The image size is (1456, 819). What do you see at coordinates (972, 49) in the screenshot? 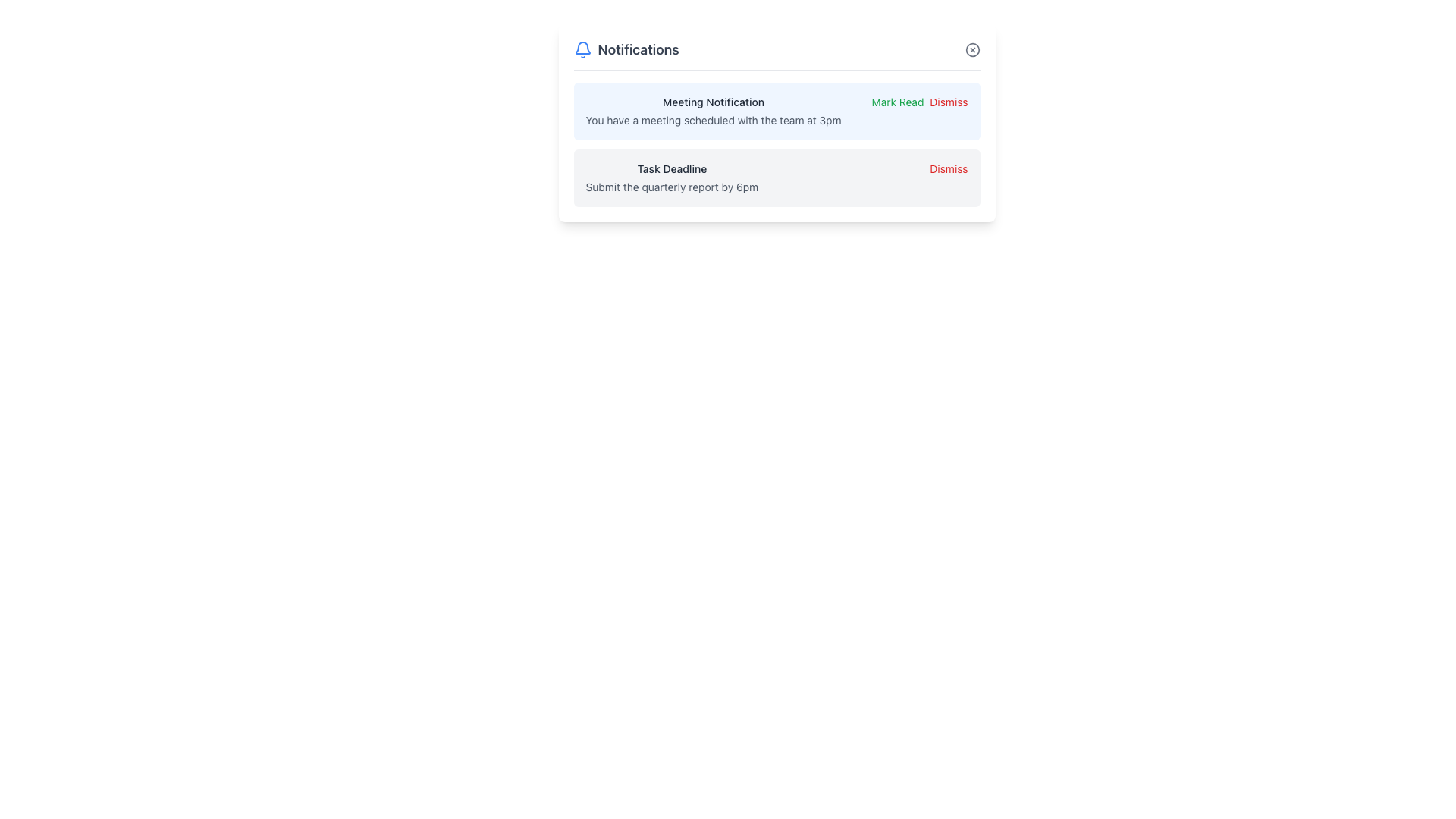
I see `the central SVG circle element in the top-right corner of the notification card, which has a consistent stroke and no fill color` at bounding box center [972, 49].